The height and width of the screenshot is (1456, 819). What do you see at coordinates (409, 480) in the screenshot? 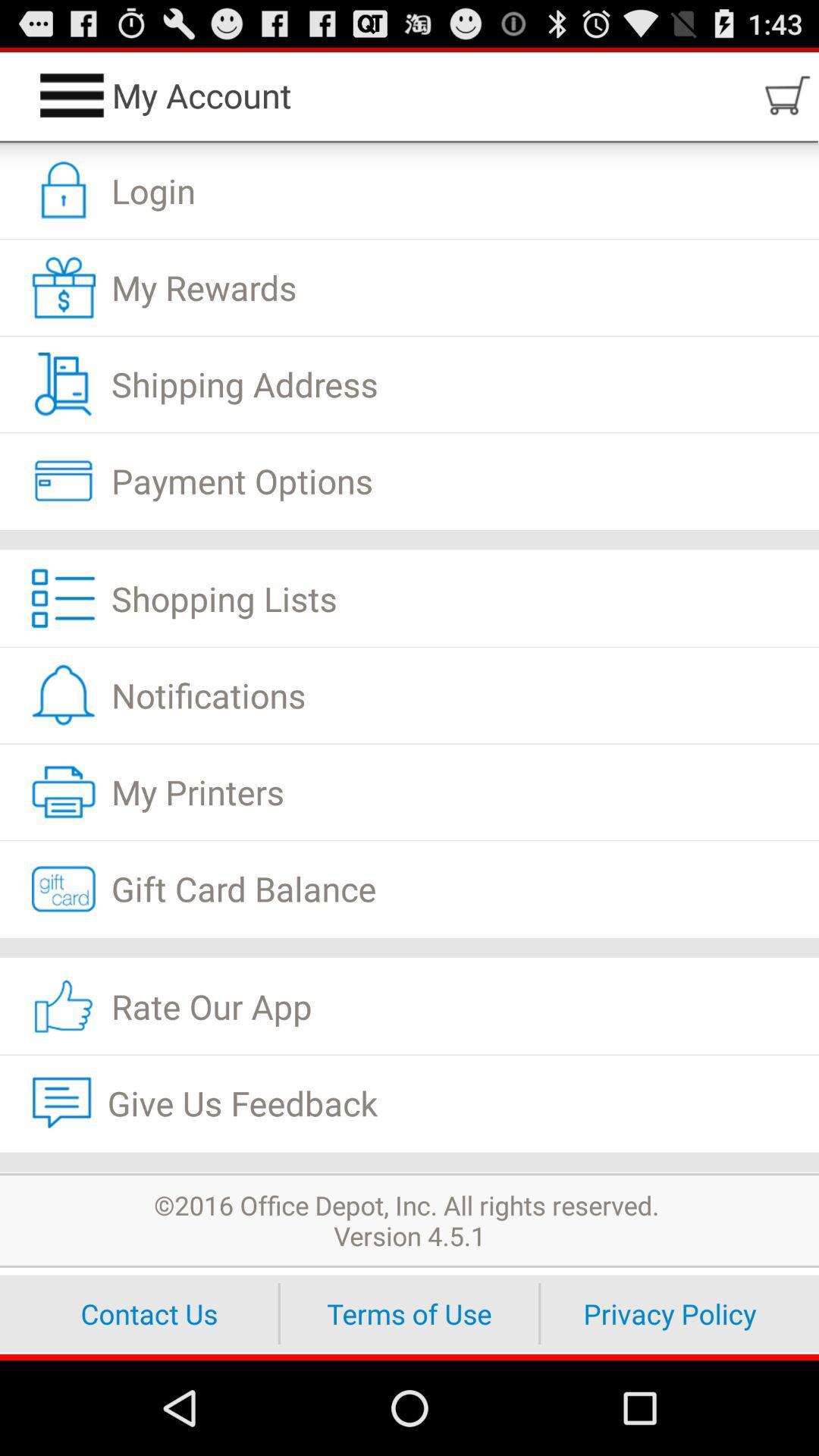
I see `icon below shipping address` at bounding box center [409, 480].